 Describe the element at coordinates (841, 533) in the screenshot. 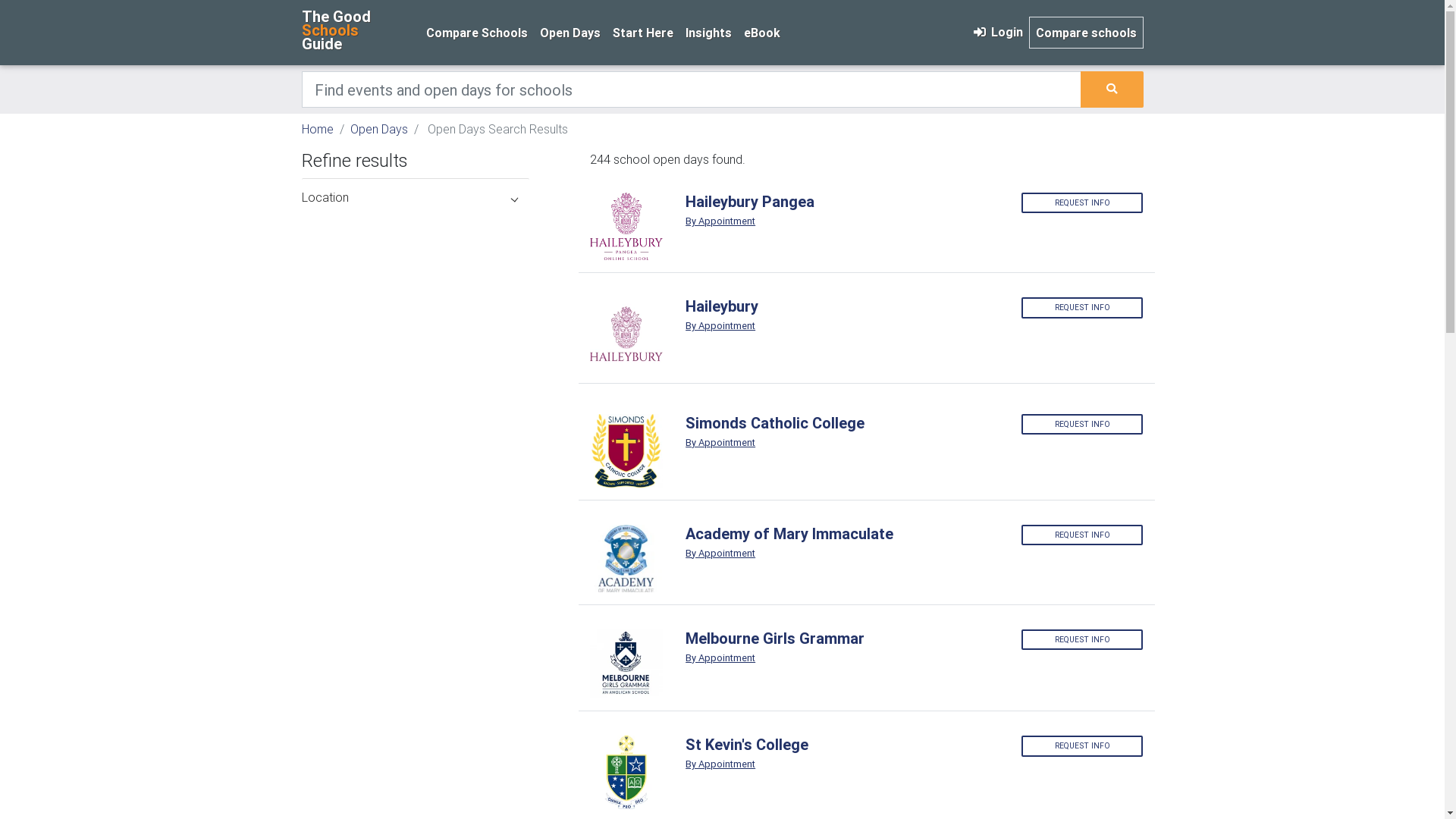

I see `'Academy of Mary Immaculate'` at that location.